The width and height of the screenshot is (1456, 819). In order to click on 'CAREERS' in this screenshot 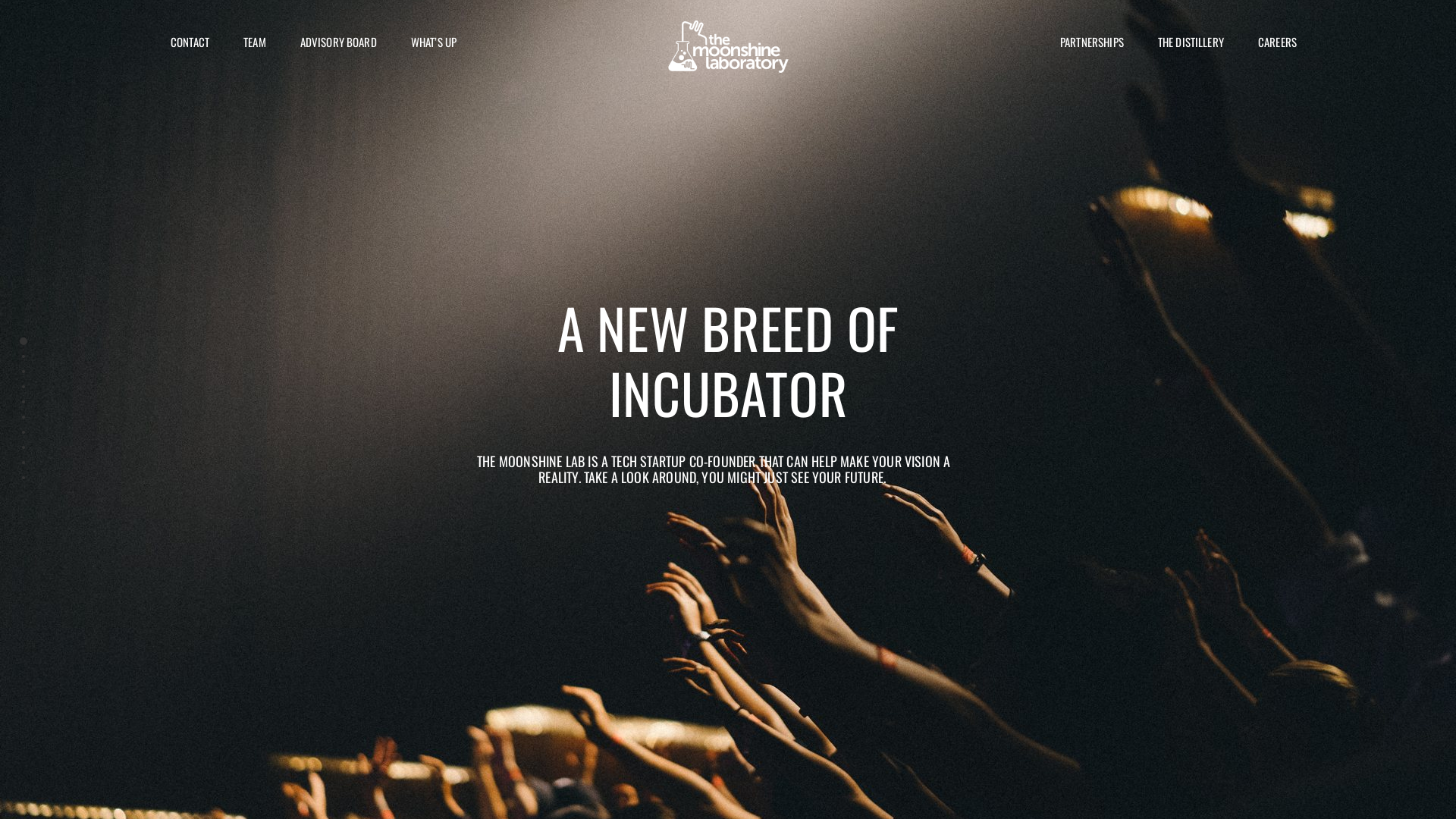, I will do `click(1271, 45)`.